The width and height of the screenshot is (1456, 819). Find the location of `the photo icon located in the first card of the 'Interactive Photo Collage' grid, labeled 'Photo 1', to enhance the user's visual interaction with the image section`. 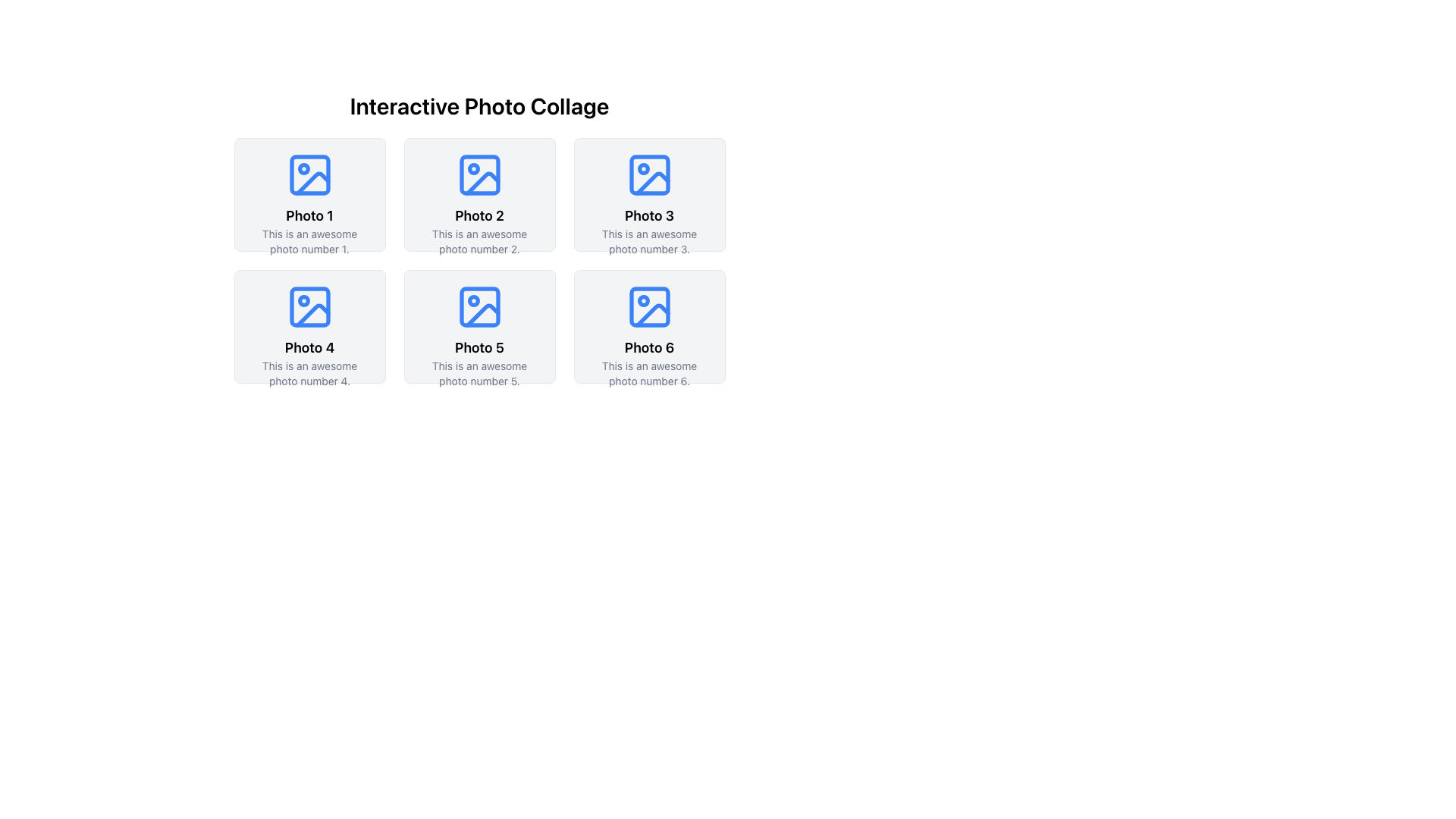

the photo icon located in the first card of the 'Interactive Photo Collage' grid, labeled 'Photo 1', to enhance the user's visual interaction with the image section is located at coordinates (309, 174).